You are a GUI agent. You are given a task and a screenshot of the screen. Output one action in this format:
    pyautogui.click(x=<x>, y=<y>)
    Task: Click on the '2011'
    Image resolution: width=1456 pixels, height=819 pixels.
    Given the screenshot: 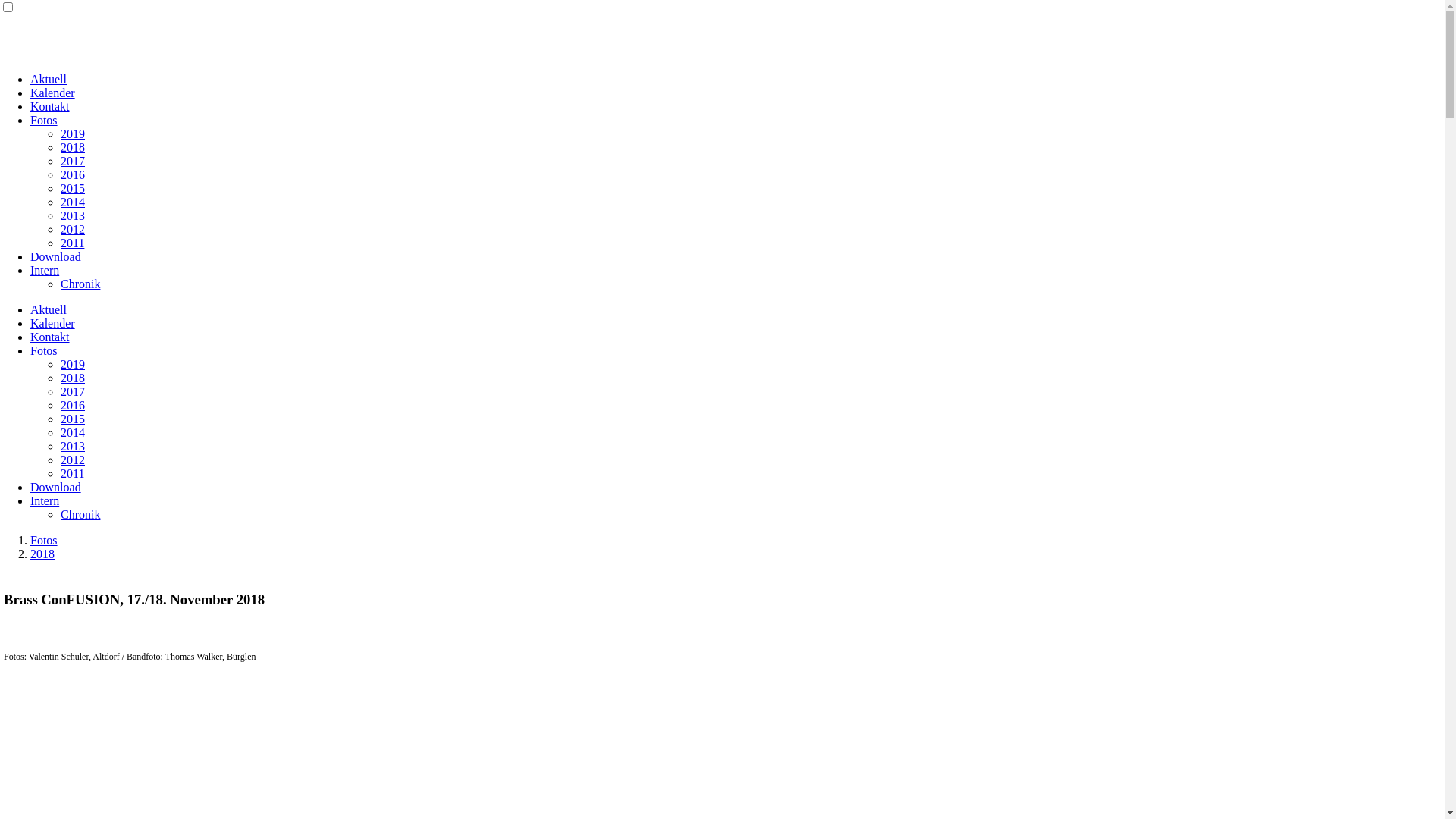 What is the action you would take?
    pyautogui.click(x=61, y=242)
    